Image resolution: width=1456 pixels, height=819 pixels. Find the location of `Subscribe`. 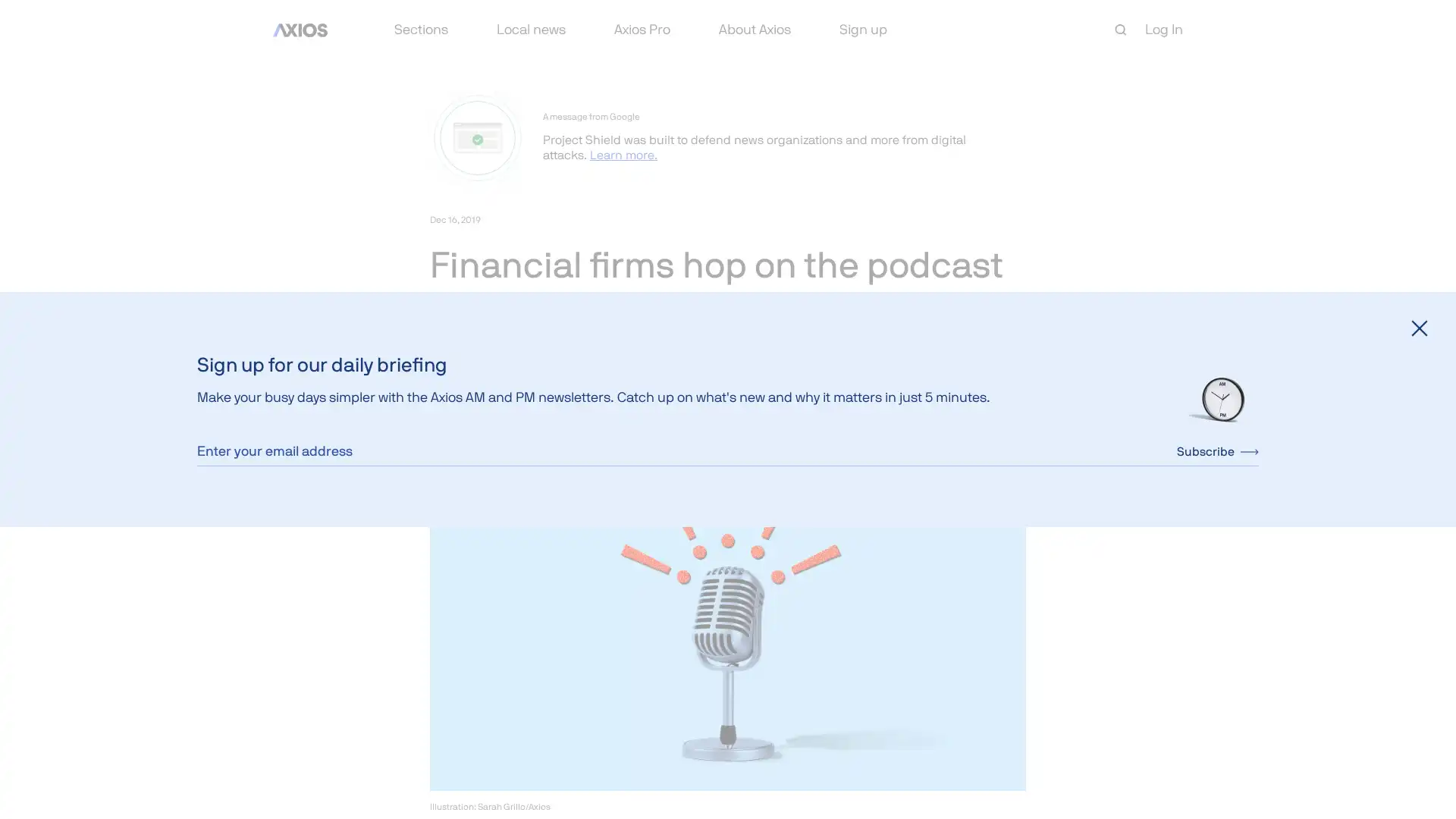

Subscribe is located at coordinates (1218, 450).